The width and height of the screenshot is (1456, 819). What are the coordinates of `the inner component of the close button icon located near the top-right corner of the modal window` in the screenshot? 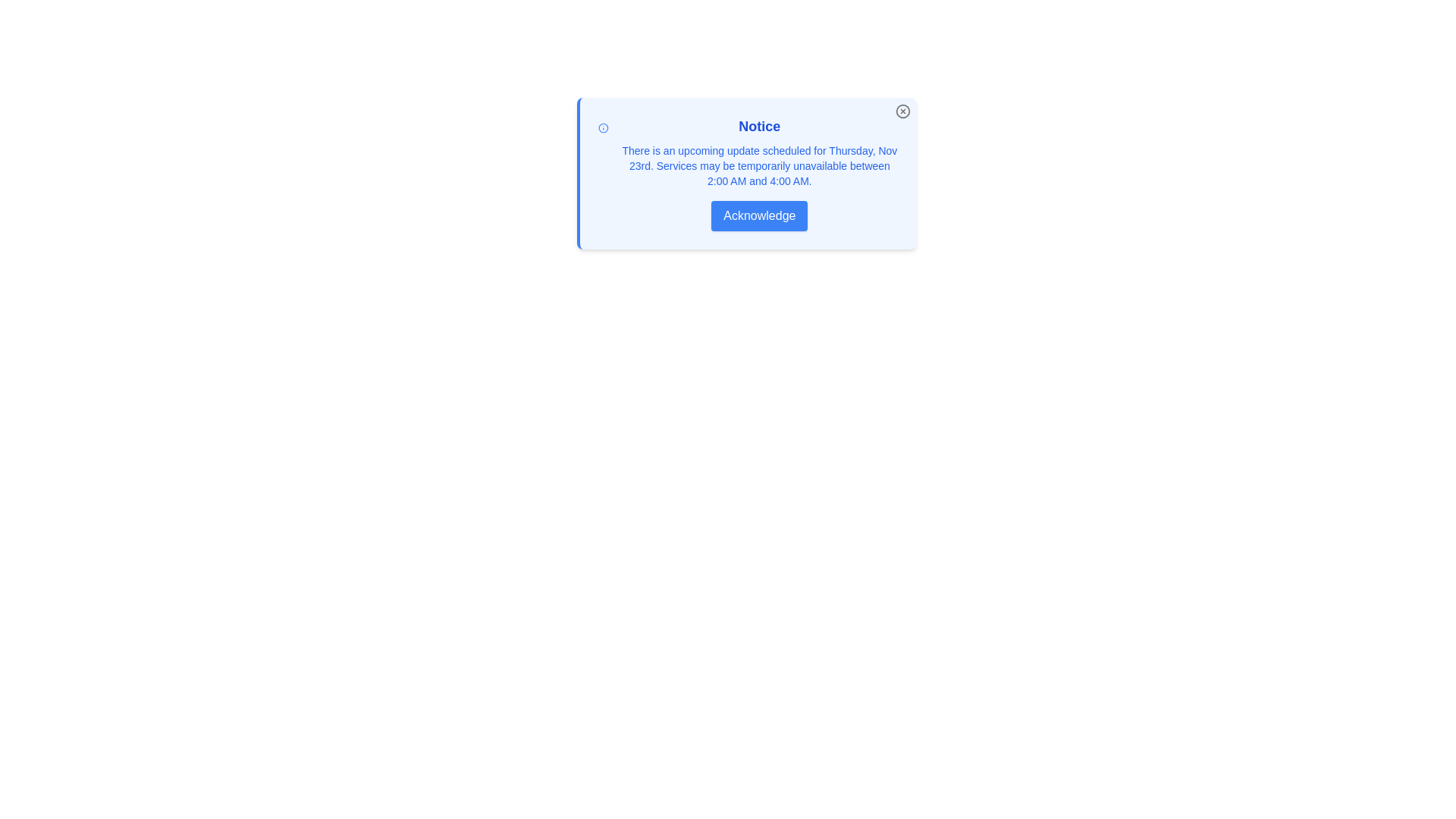 It's located at (902, 110).